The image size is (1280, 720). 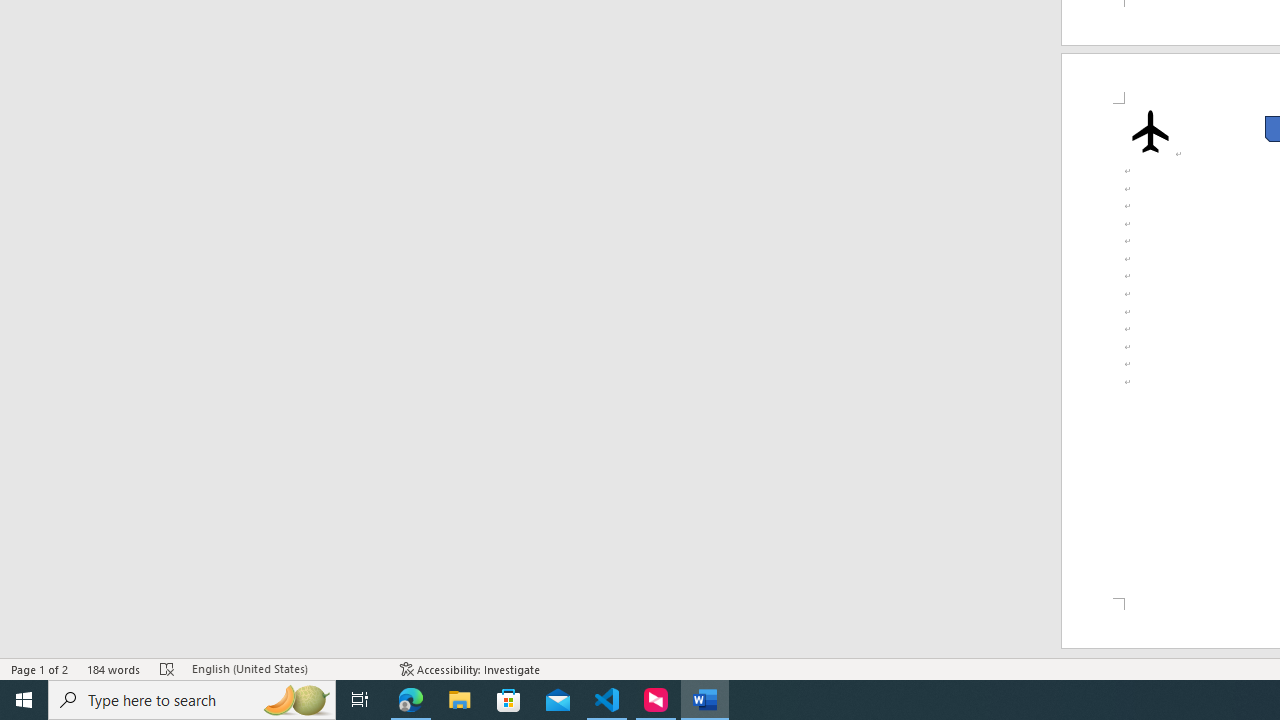 What do you see at coordinates (285, 669) in the screenshot?
I see `'Language English (United States)'` at bounding box center [285, 669].